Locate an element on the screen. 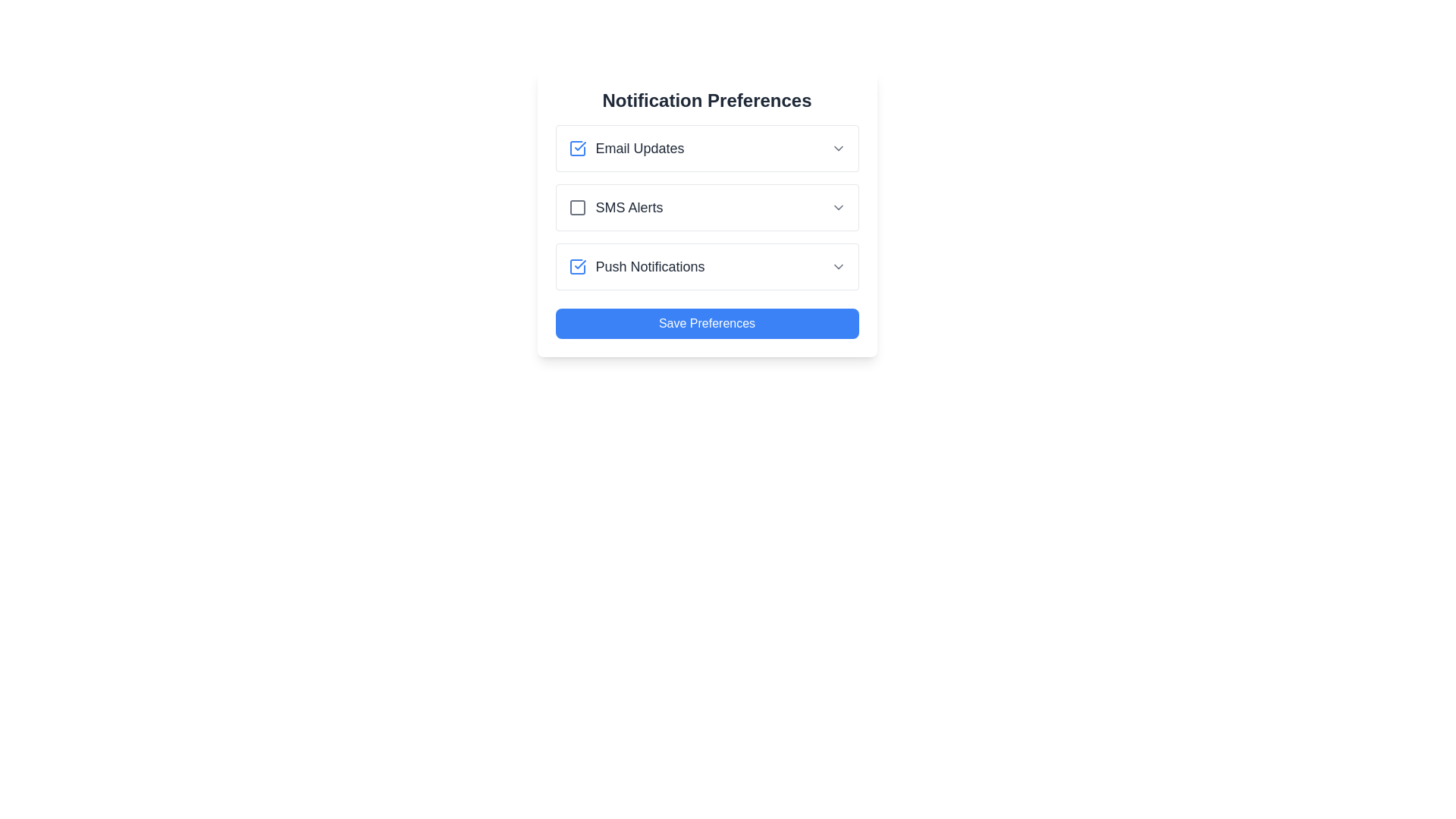 This screenshot has height=819, width=1456. the static text element that serves as the section title for configuring notification preferences, located centrally above the other elements is located at coordinates (706, 100).